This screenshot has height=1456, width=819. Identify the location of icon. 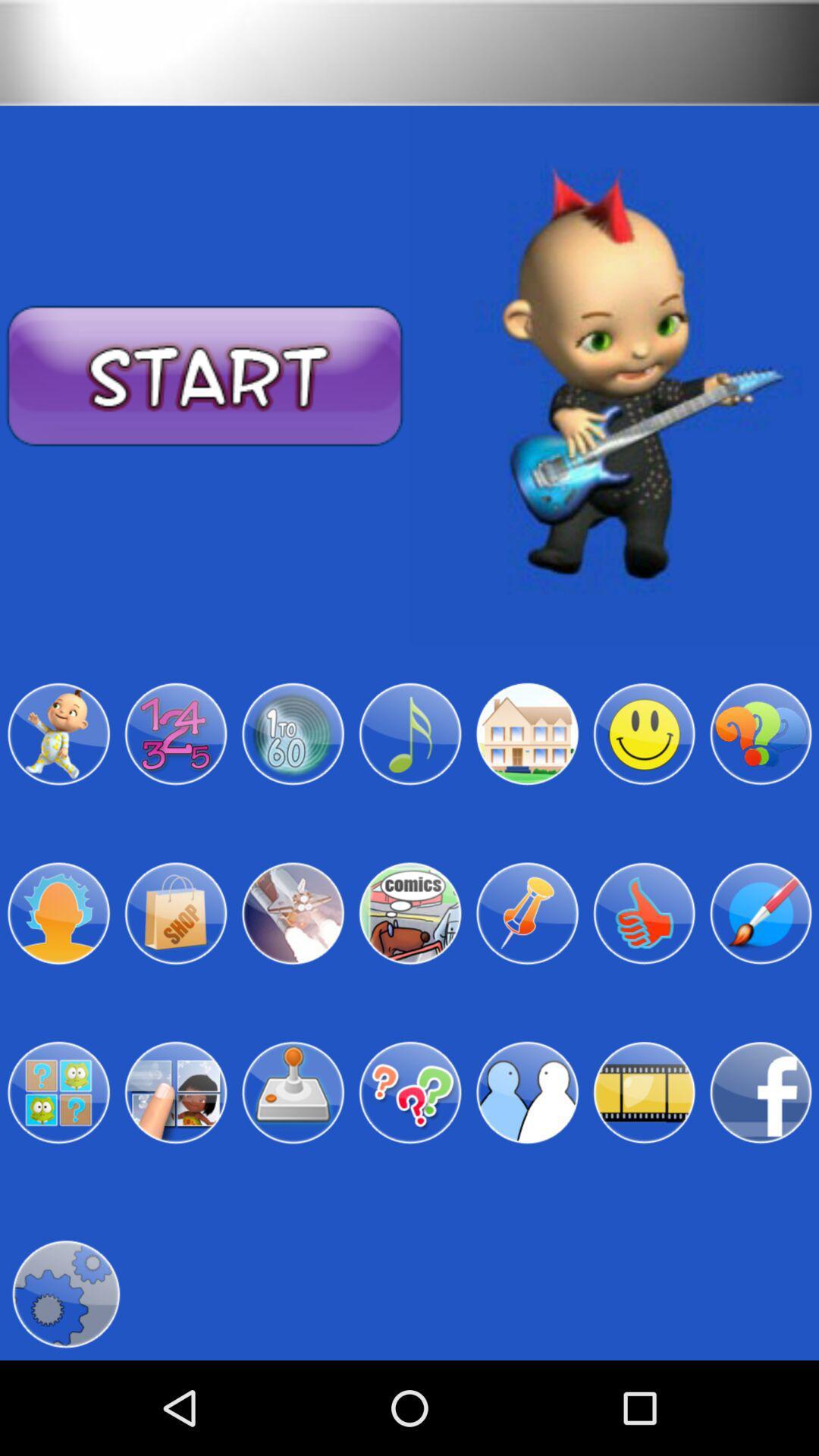
(293, 1093).